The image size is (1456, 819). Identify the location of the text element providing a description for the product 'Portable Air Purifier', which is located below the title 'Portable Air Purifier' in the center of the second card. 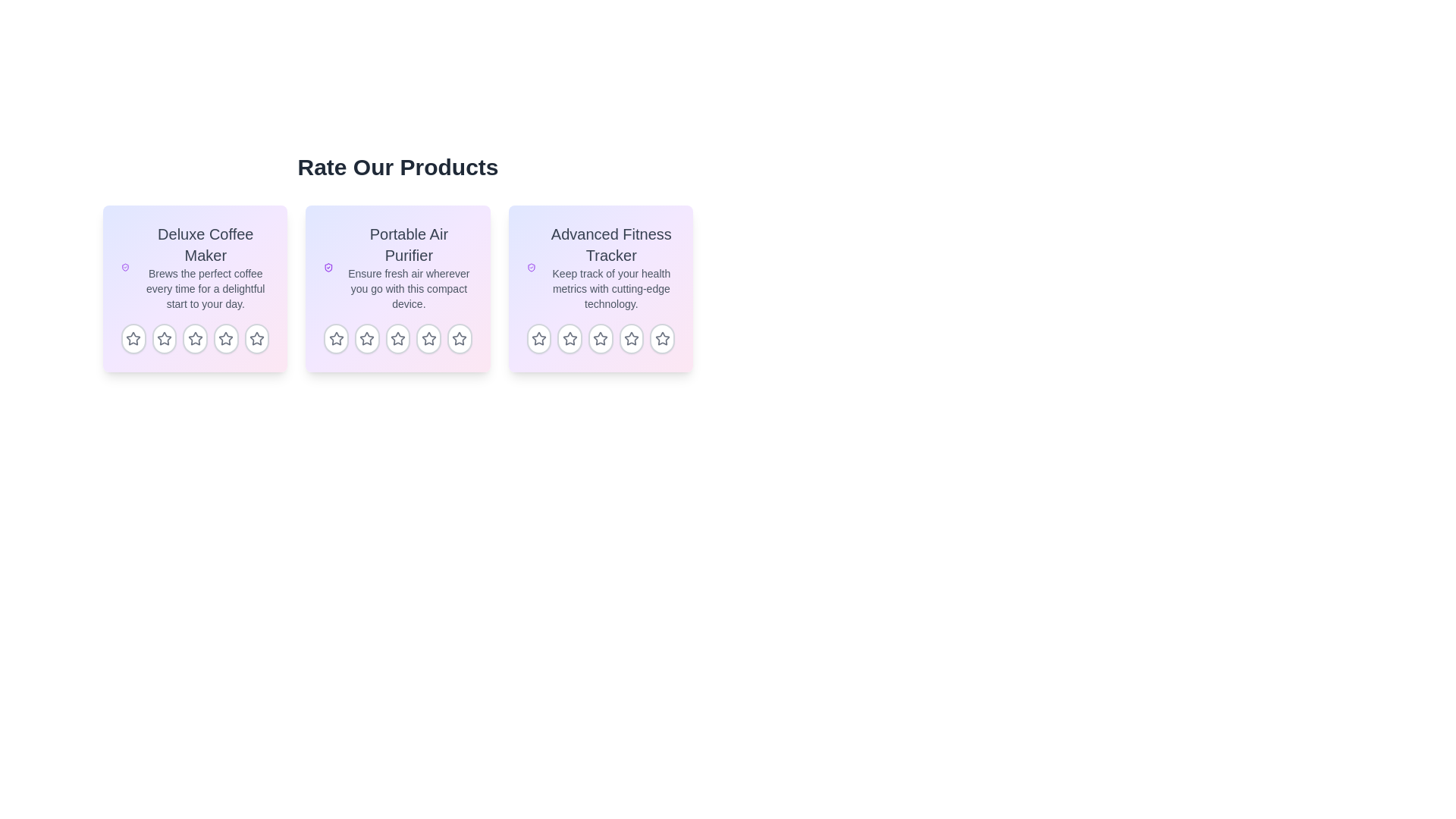
(409, 289).